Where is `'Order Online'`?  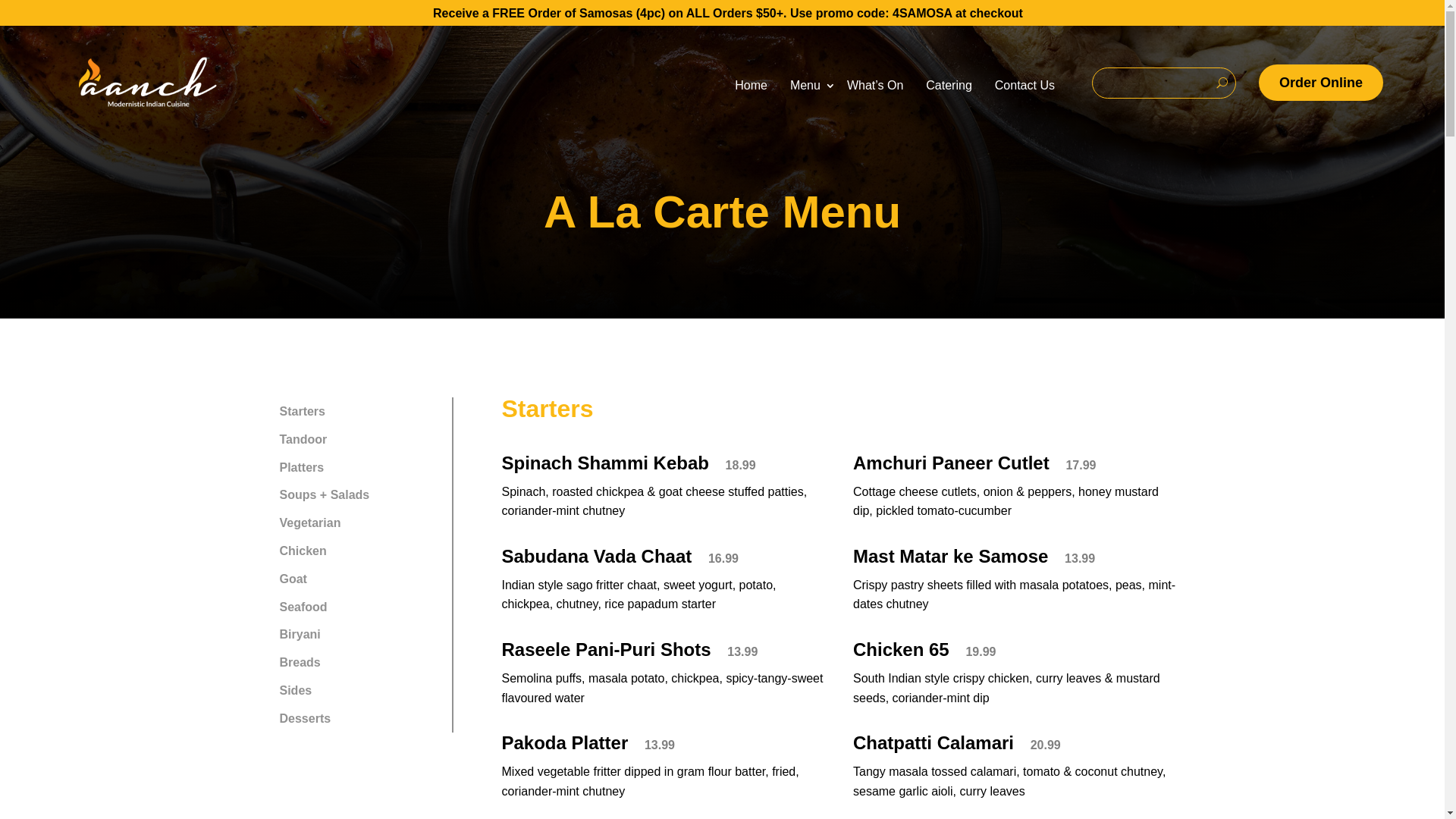
'Order Online' is located at coordinates (1320, 83).